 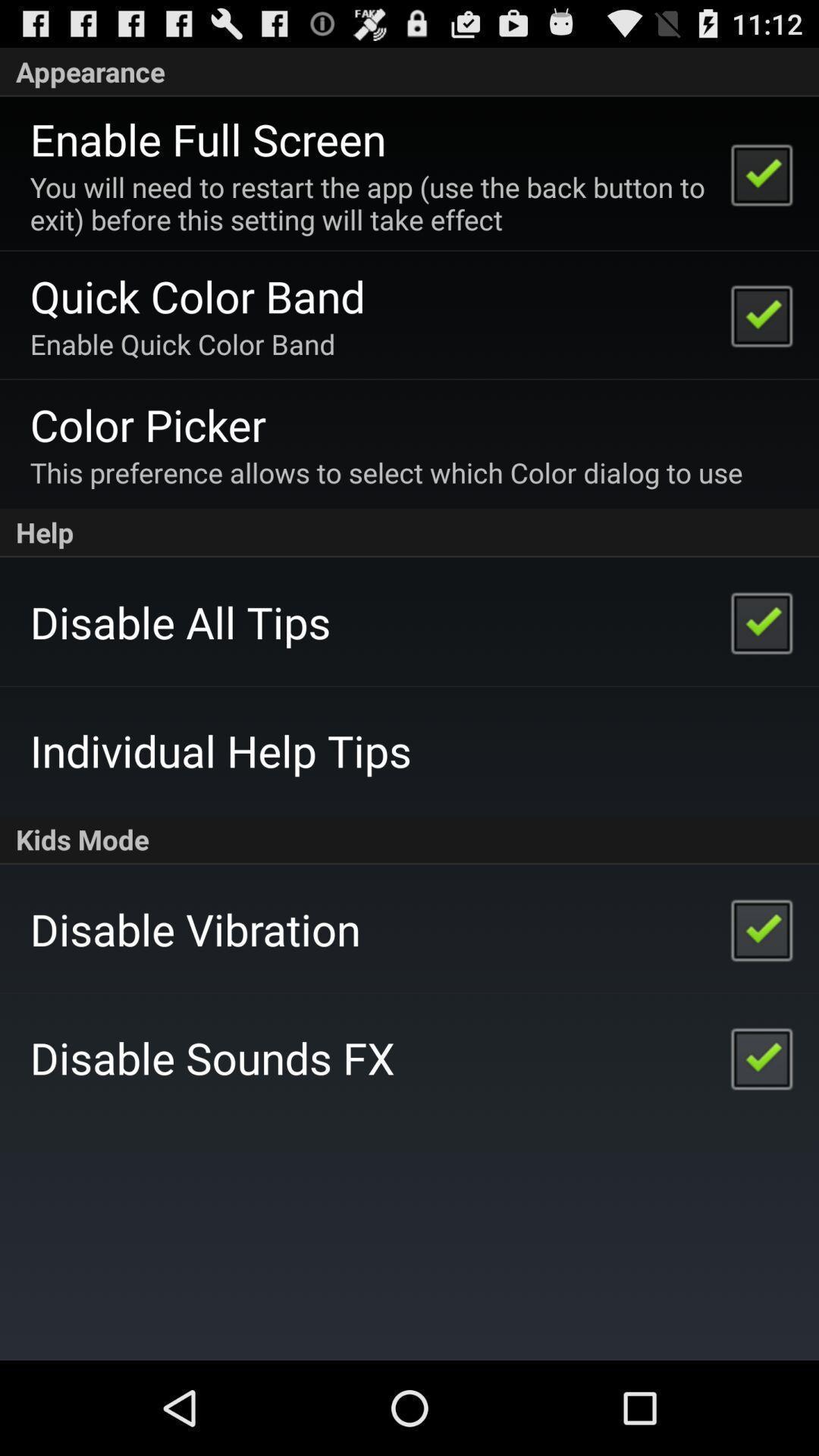 What do you see at coordinates (385, 472) in the screenshot?
I see `item above help` at bounding box center [385, 472].